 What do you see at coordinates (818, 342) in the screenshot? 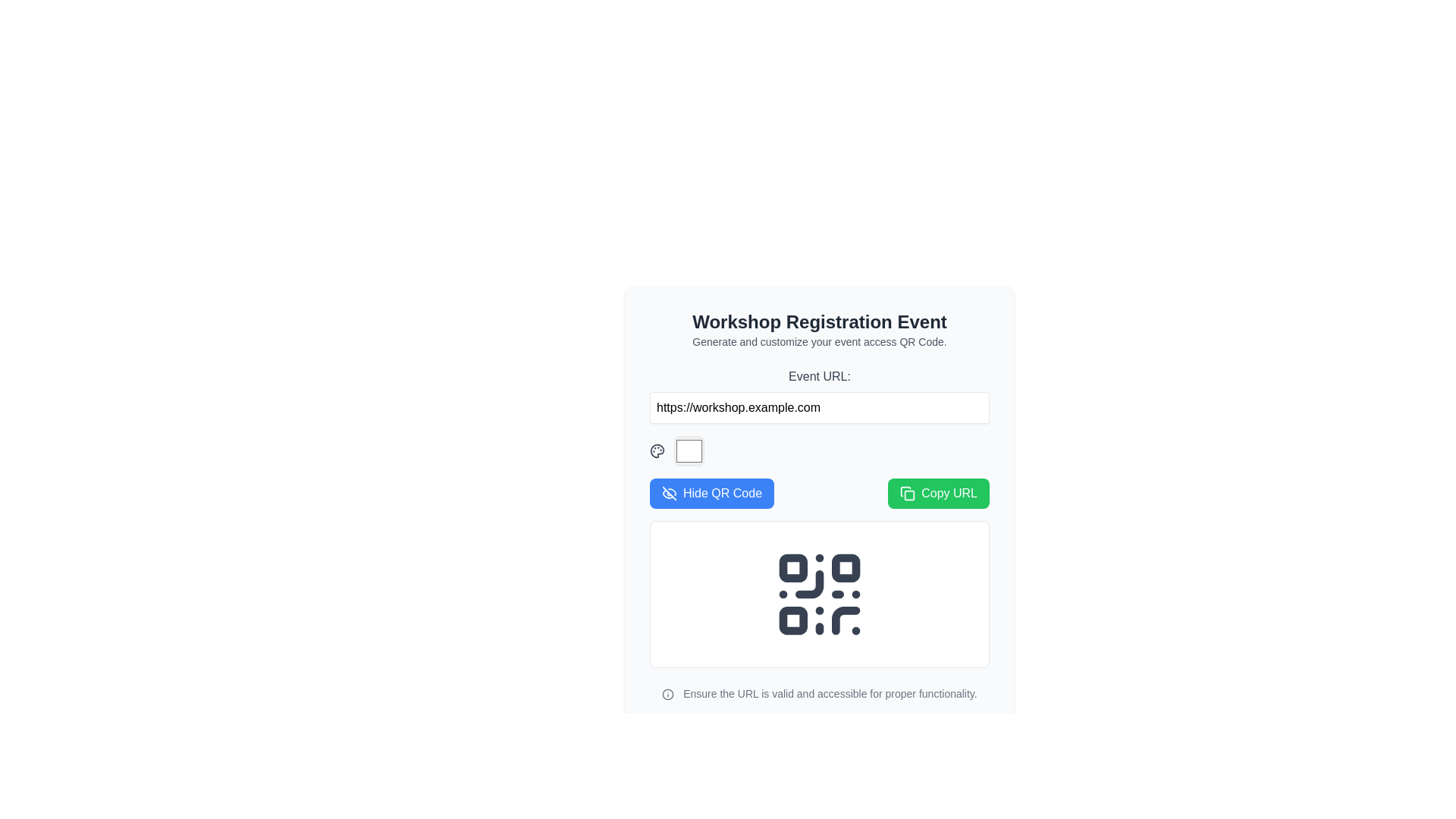
I see `the static text label displaying the message 'Generate and customize your event access QR Code.' located below the title 'Workshop Registration Event'` at bounding box center [818, 342].